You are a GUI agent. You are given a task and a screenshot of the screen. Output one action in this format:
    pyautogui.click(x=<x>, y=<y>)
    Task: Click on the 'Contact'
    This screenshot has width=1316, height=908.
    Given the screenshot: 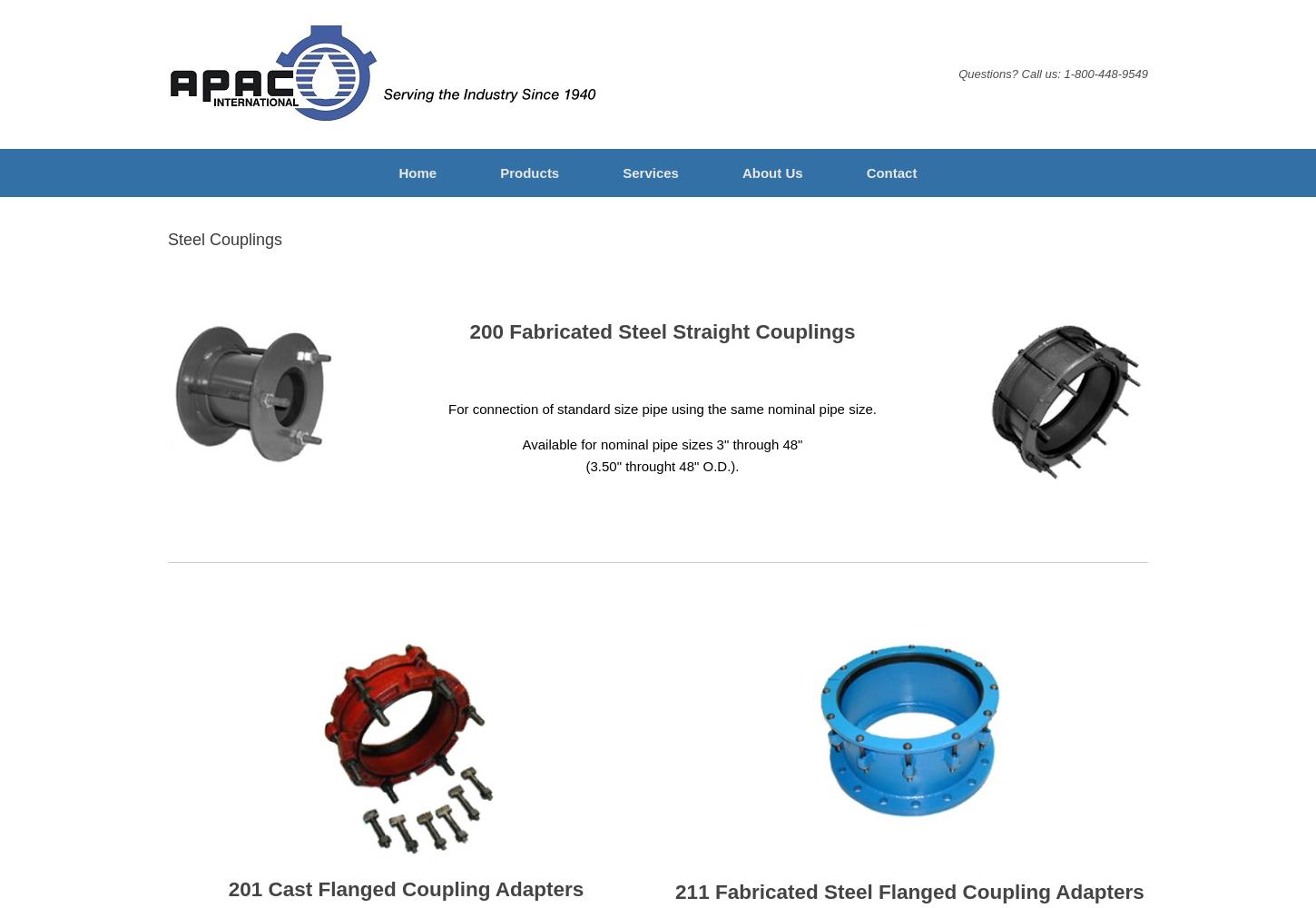 What is the action you would take?
    pyautogui.click(x=890, y=172)
    